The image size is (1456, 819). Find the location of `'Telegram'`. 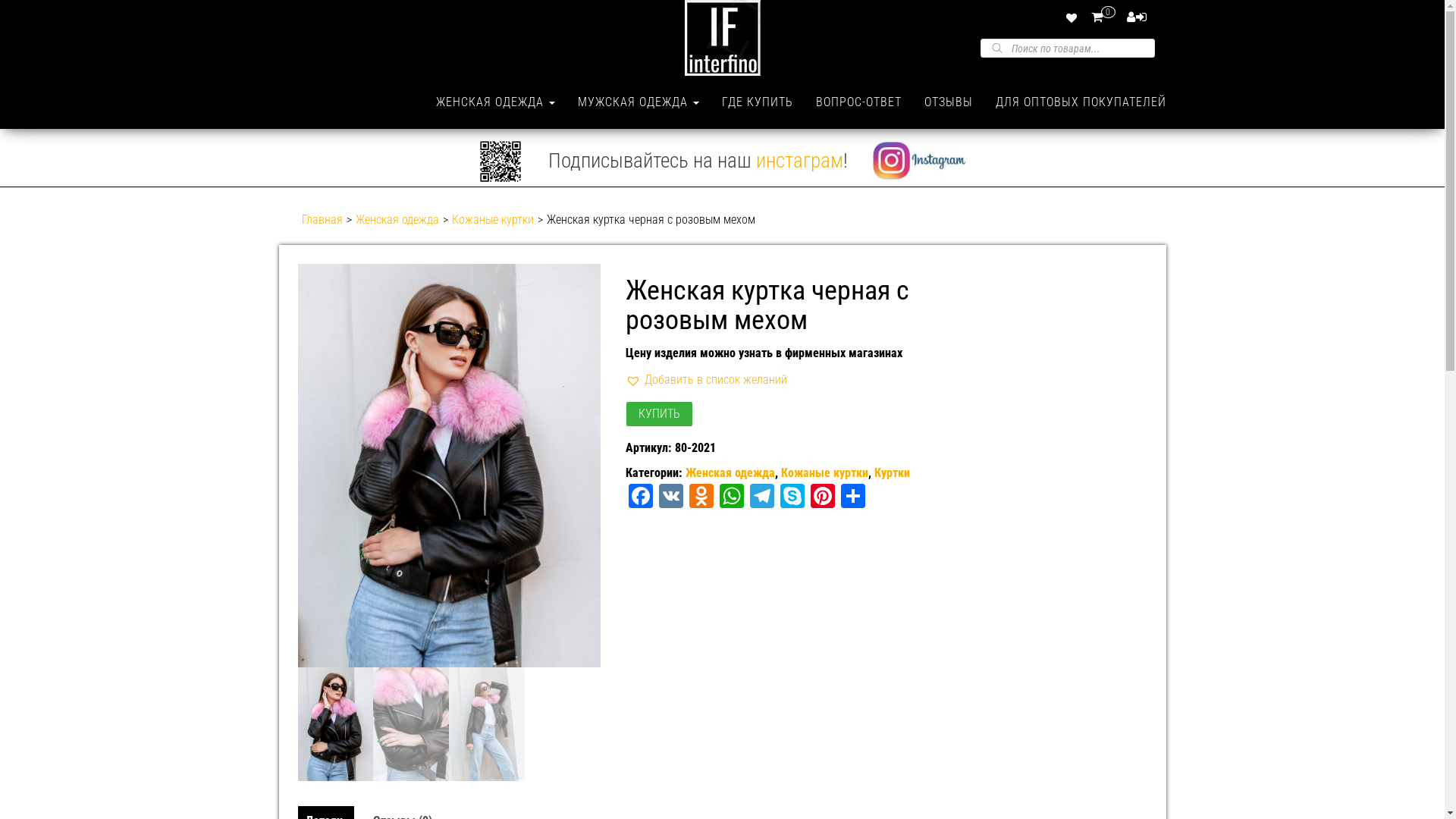

'Telegram' is located at coordinates (761, 497).